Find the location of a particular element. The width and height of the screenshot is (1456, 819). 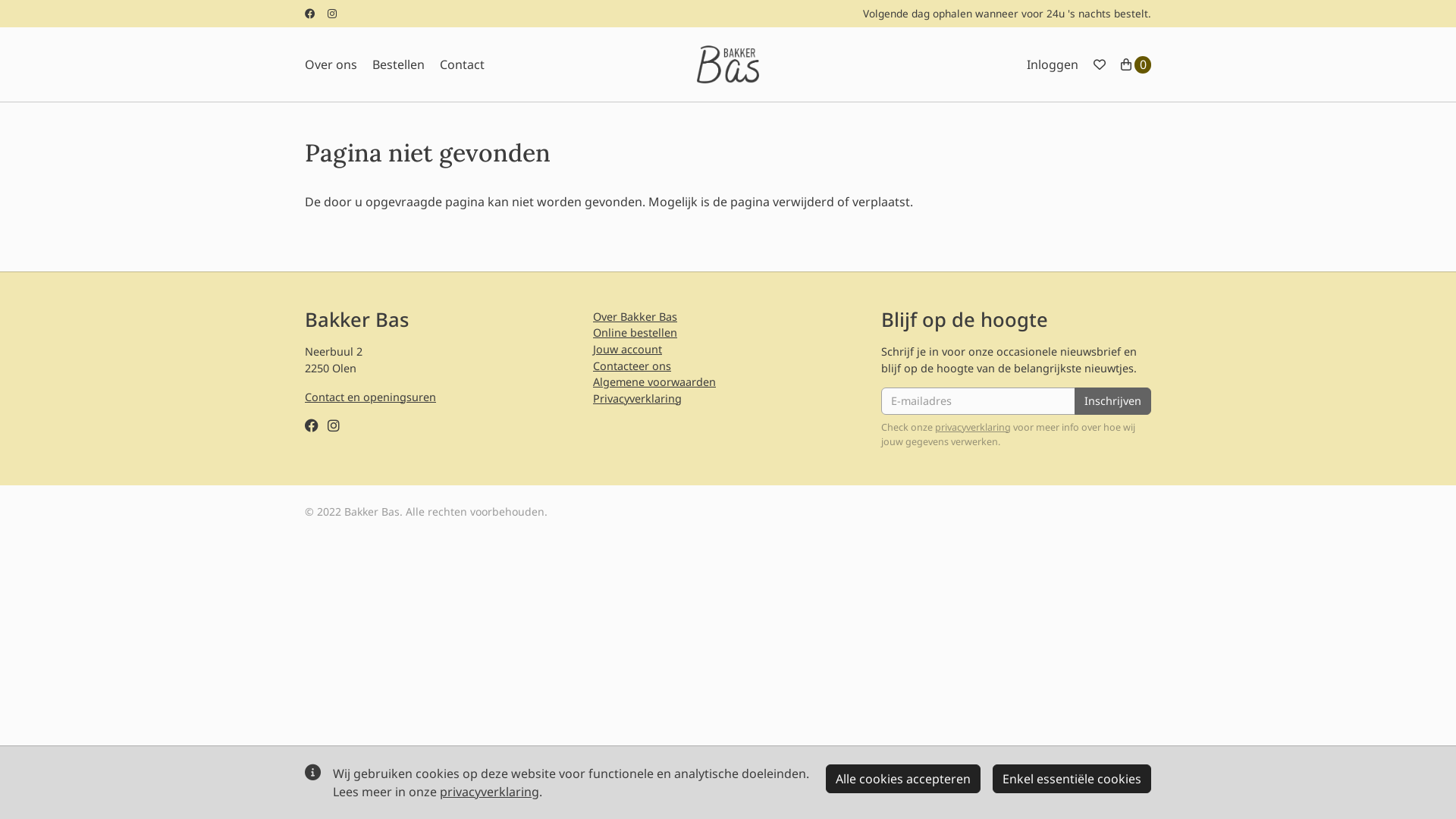

'Terug naar de startpagina' is located at coordinates (695, 63).